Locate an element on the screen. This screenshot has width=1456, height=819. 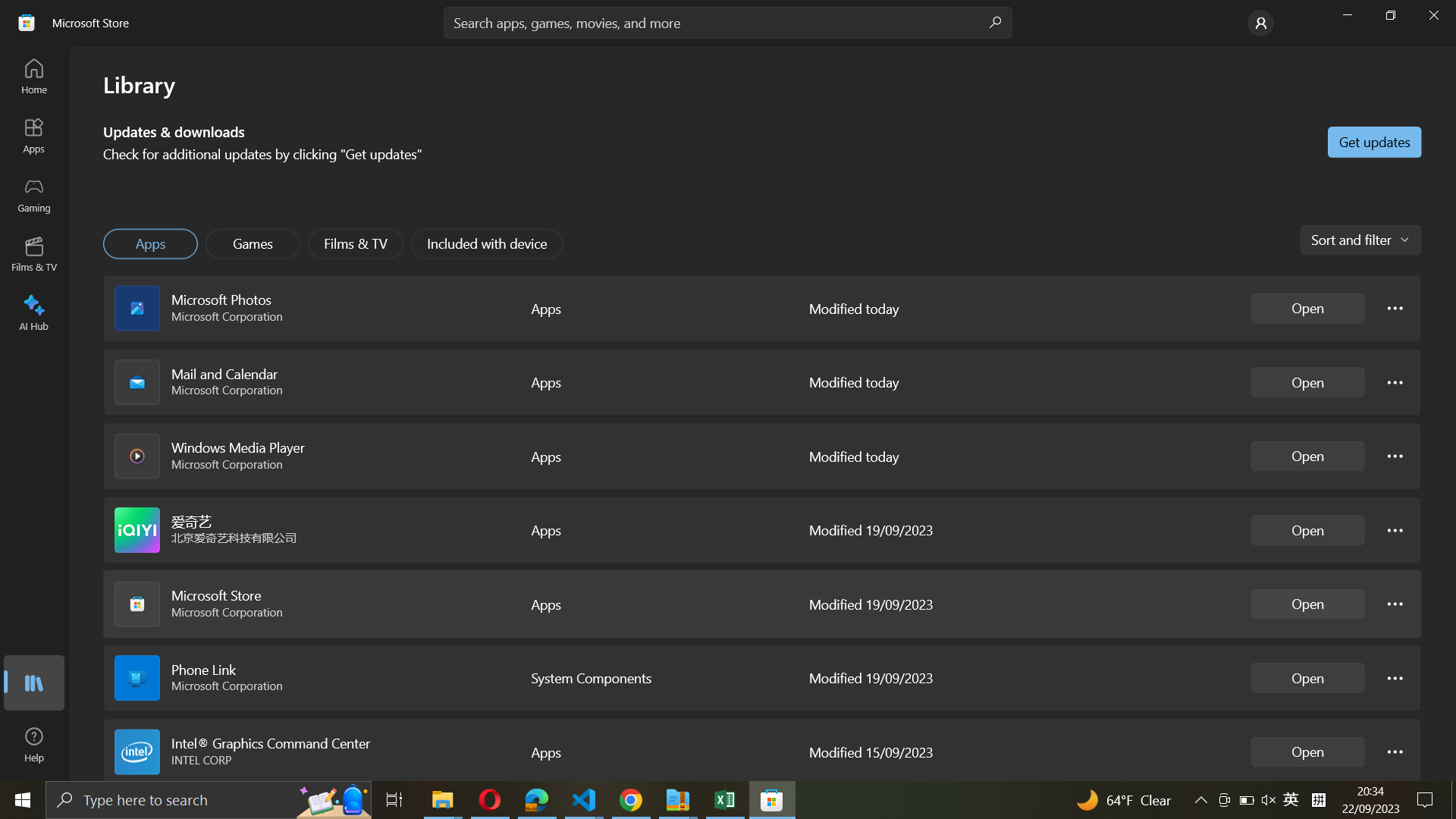
Gaming is located at coordinates (36, 195).